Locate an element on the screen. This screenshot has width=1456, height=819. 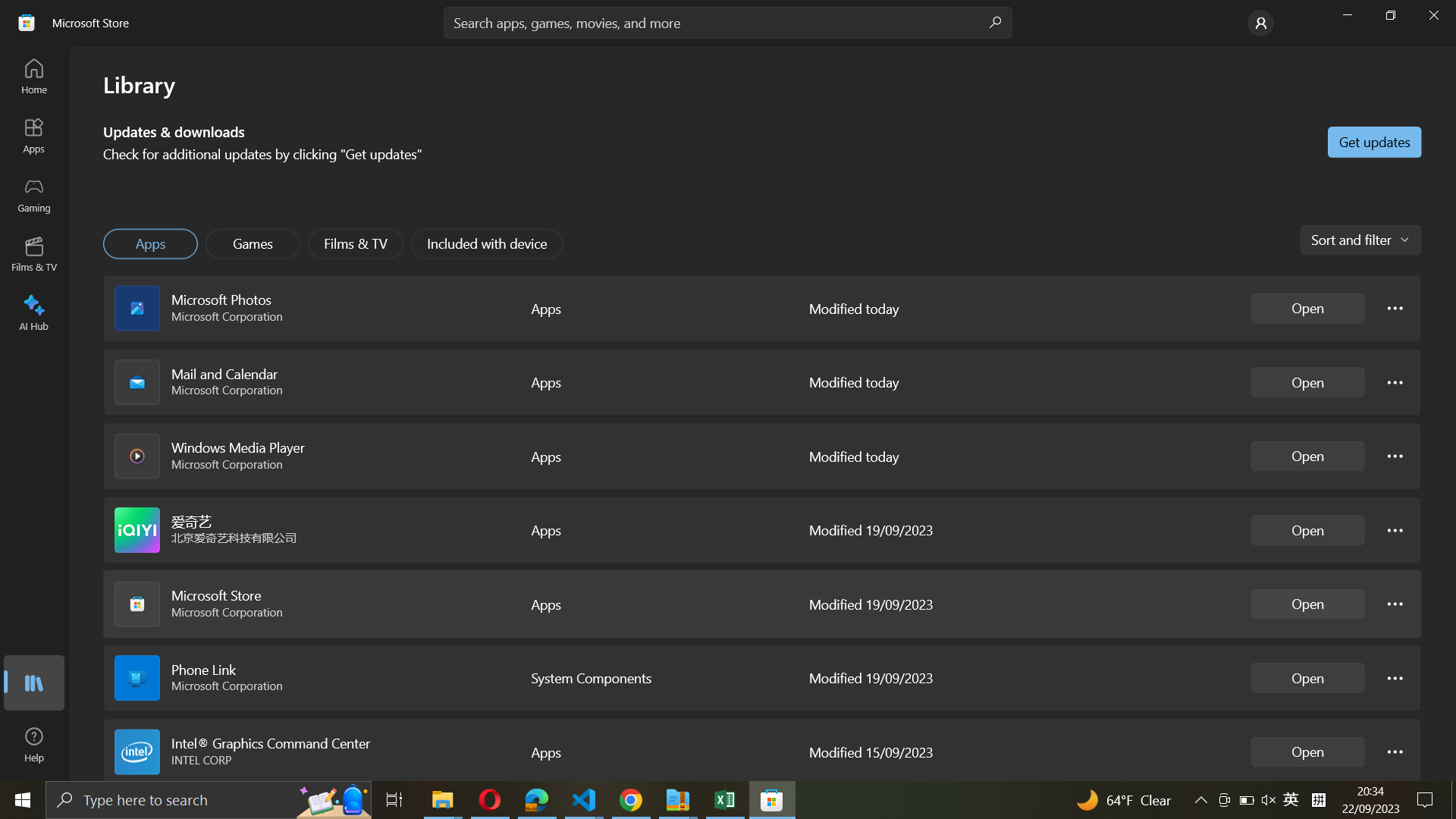
Gaming is located at coordinates (36, 195).